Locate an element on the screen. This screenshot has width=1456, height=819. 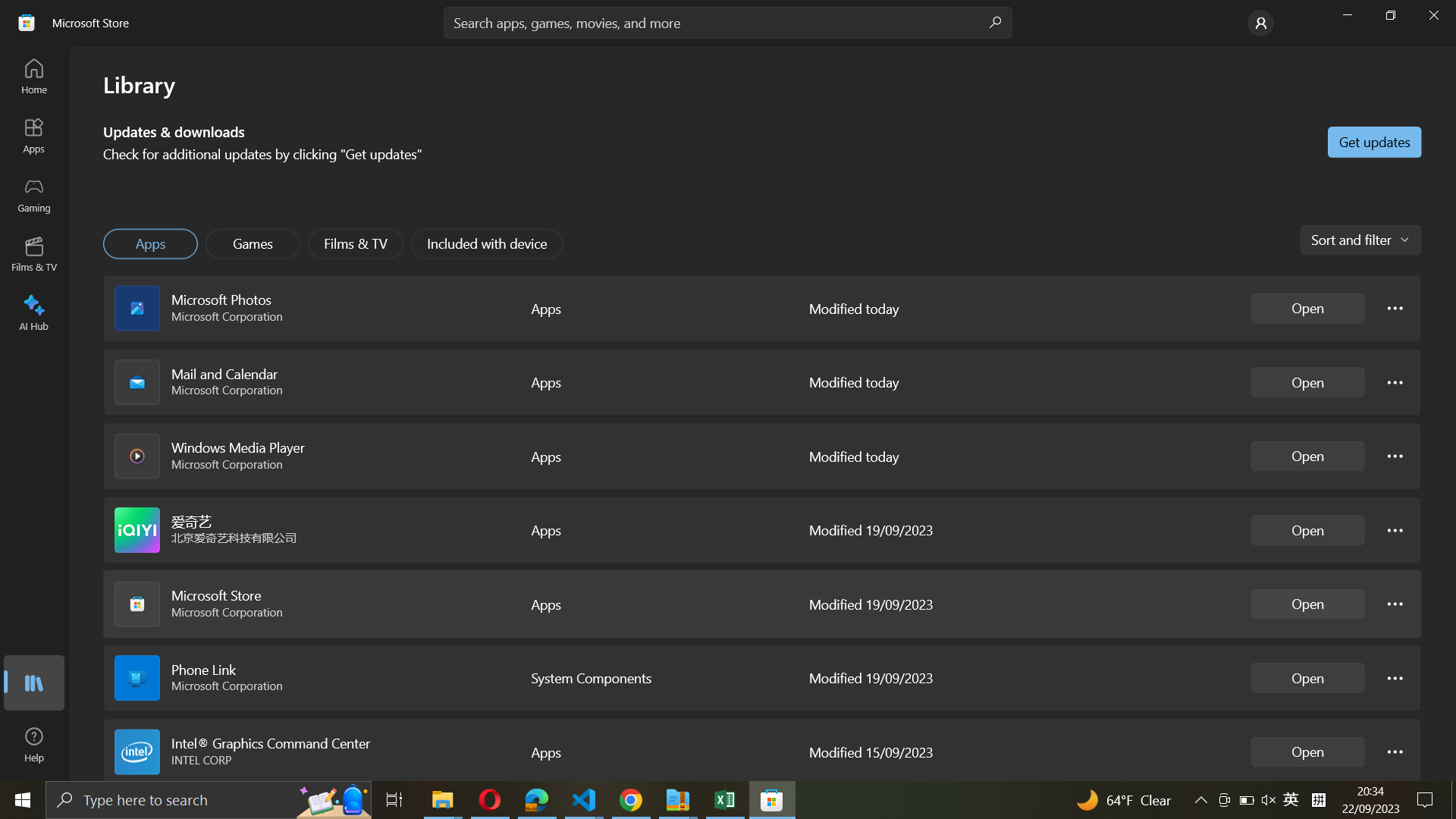
Gaming is located at coordinates (36, 195).